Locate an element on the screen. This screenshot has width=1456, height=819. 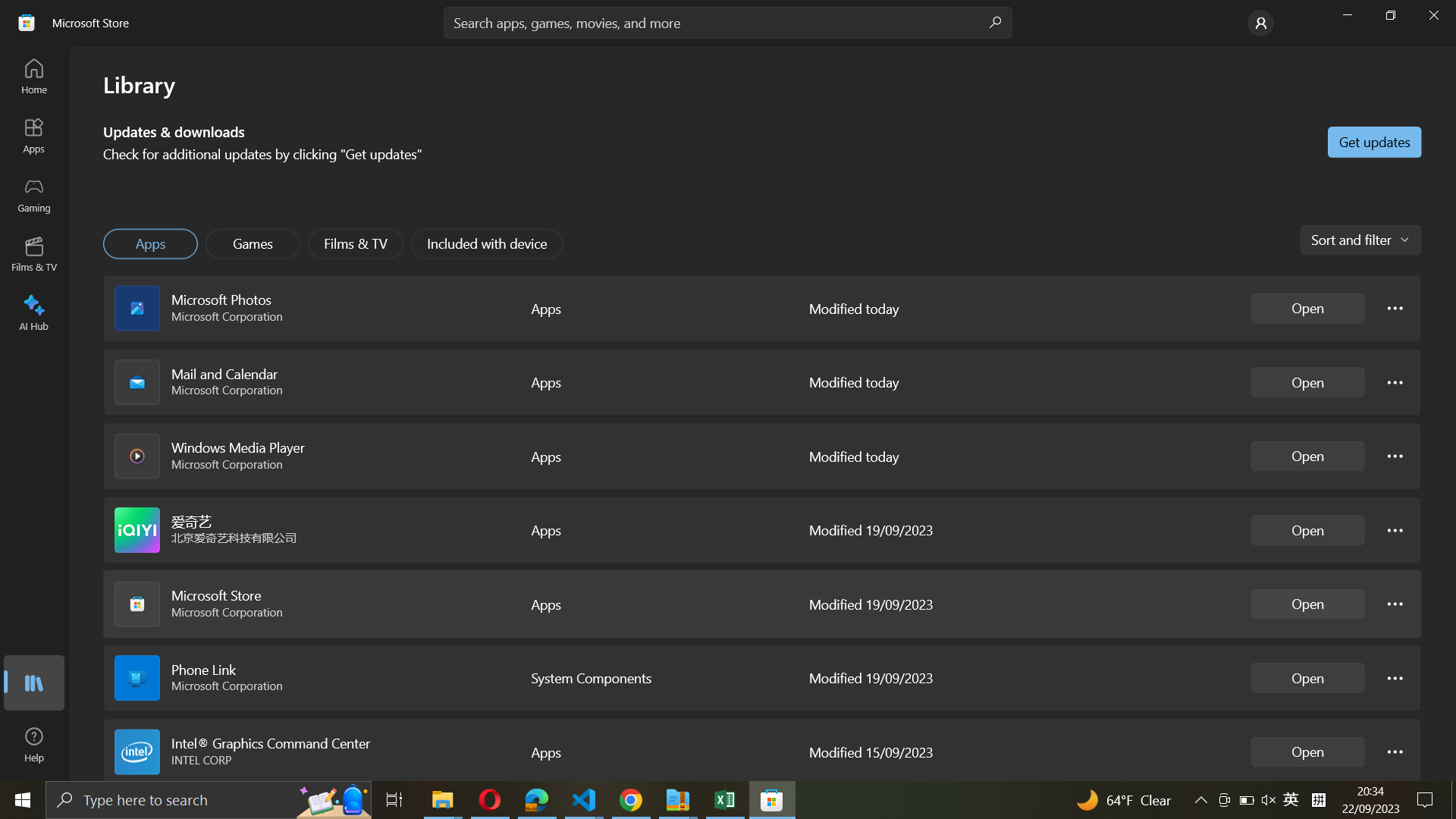
Gaming is located at coordinates (36, 195).